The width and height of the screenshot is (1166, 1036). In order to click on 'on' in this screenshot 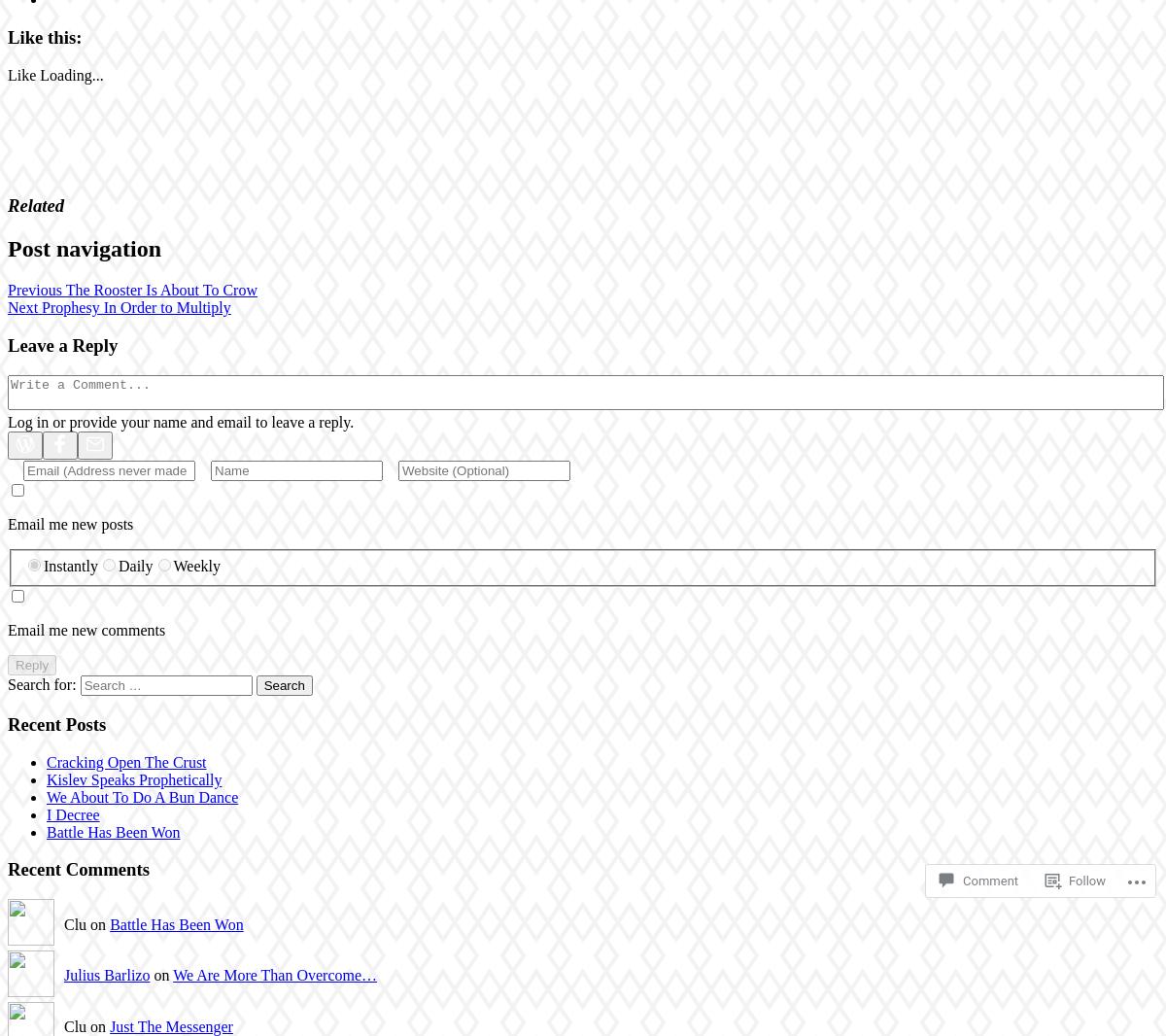, I will do `click(159, 974)`.